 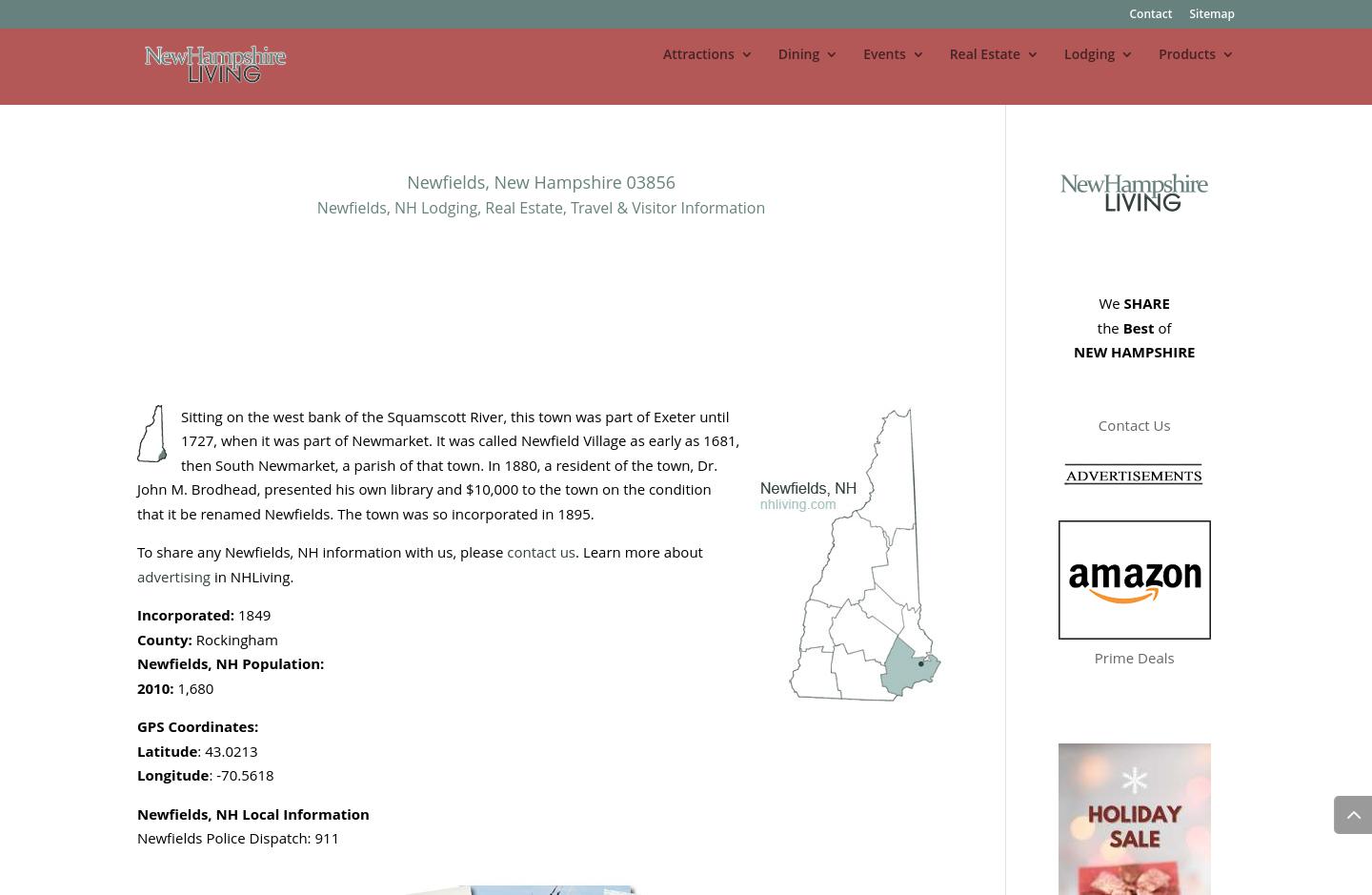 What do you see at coordinates (996, 681) in the screenshot?
I see `'Cross-Country Skiing'` at bounding box center [996, 681].